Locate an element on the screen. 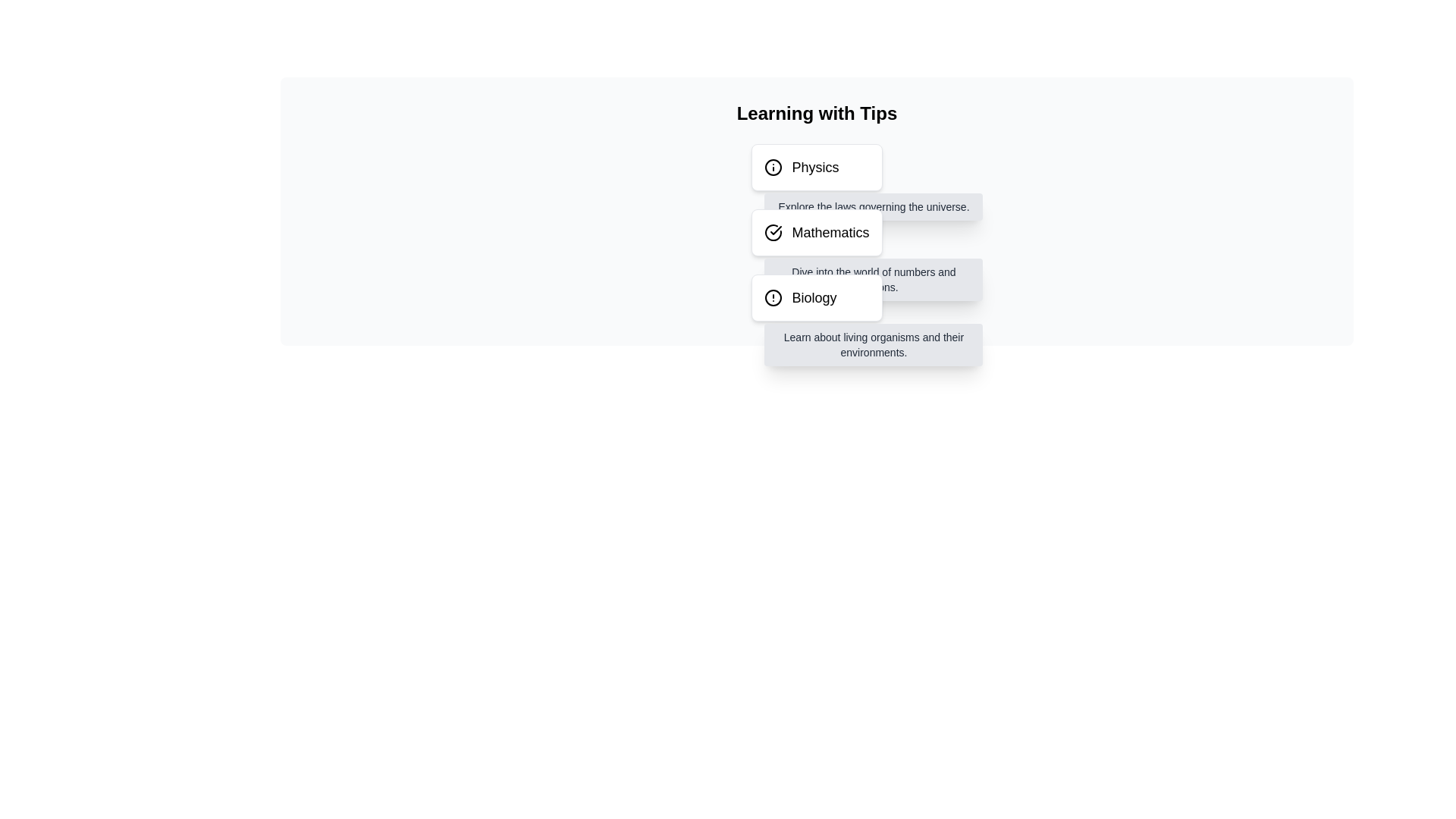  the circular informational icon located at the left end of the row for the 'Physics' topic is located at coordinates (773, 167).